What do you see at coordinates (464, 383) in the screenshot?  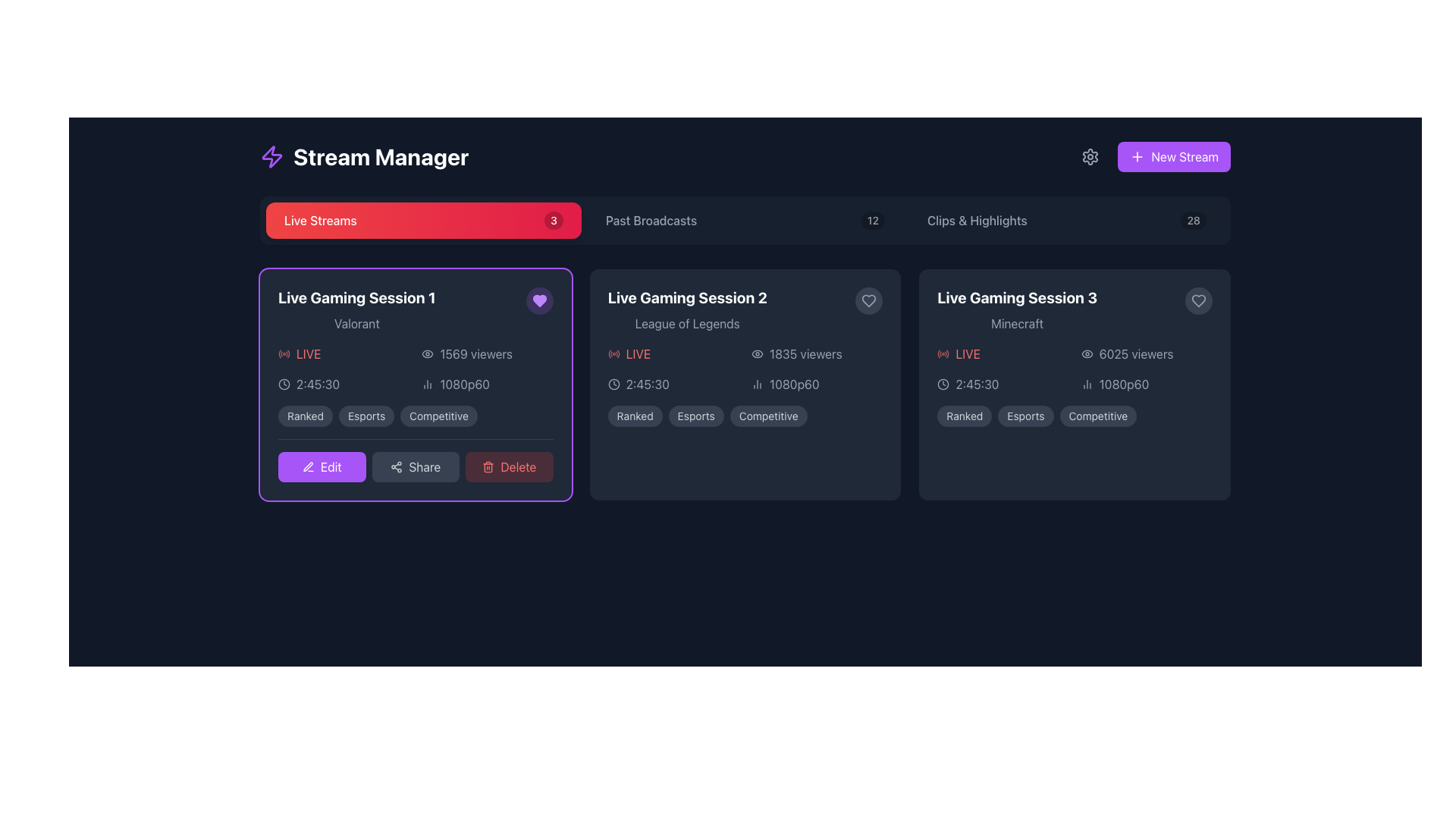 I see `text label displaying '1080p60' in light gray font within the Live Gaming Session 1 card for user comprehension` at bounding box center [464, 383].